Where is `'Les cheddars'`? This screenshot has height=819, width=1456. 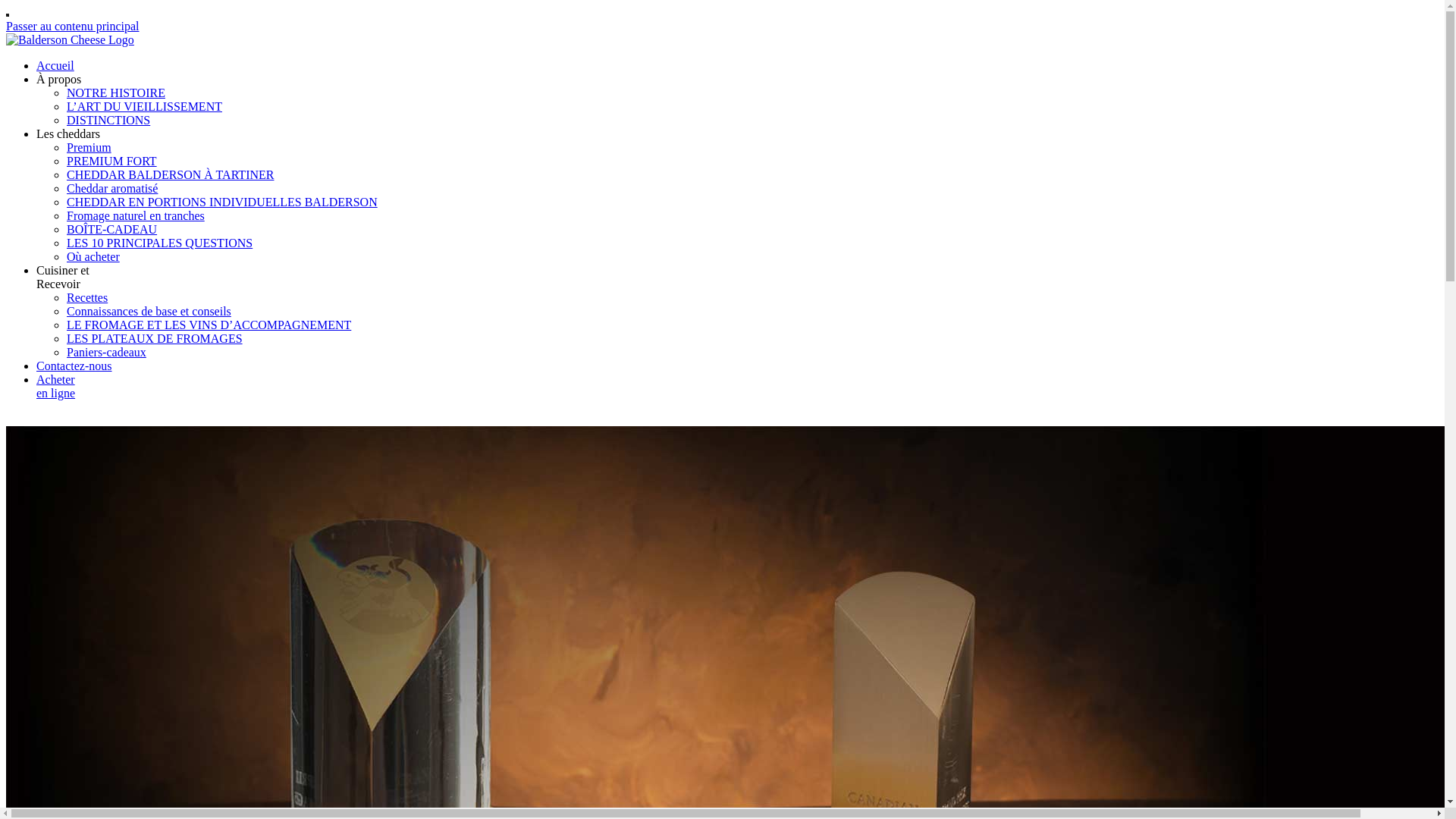
'Les cheddars' is located at coordinates (67, 133).